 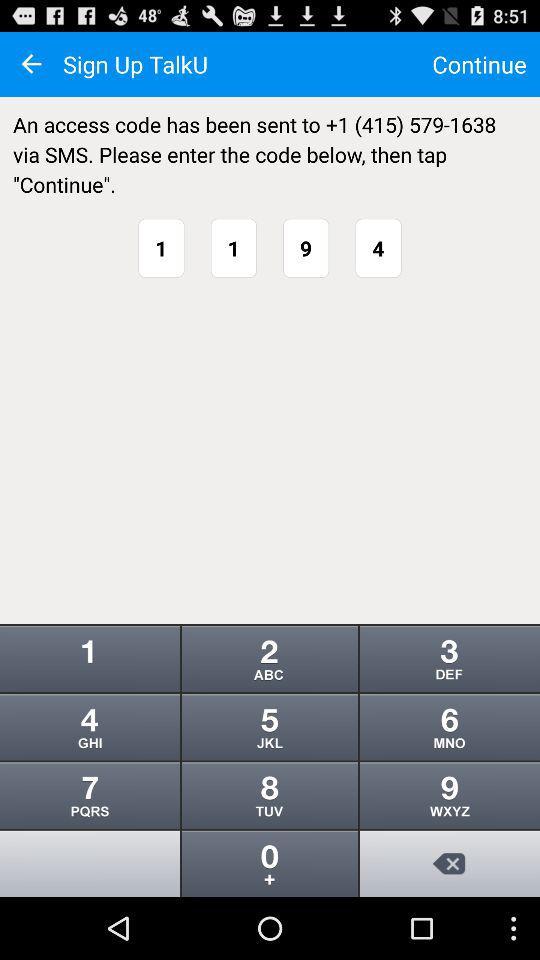 What do you see at coordinates (89, 850) in the screenshot?
I see `the info icon` at bounding box center [89, 850].